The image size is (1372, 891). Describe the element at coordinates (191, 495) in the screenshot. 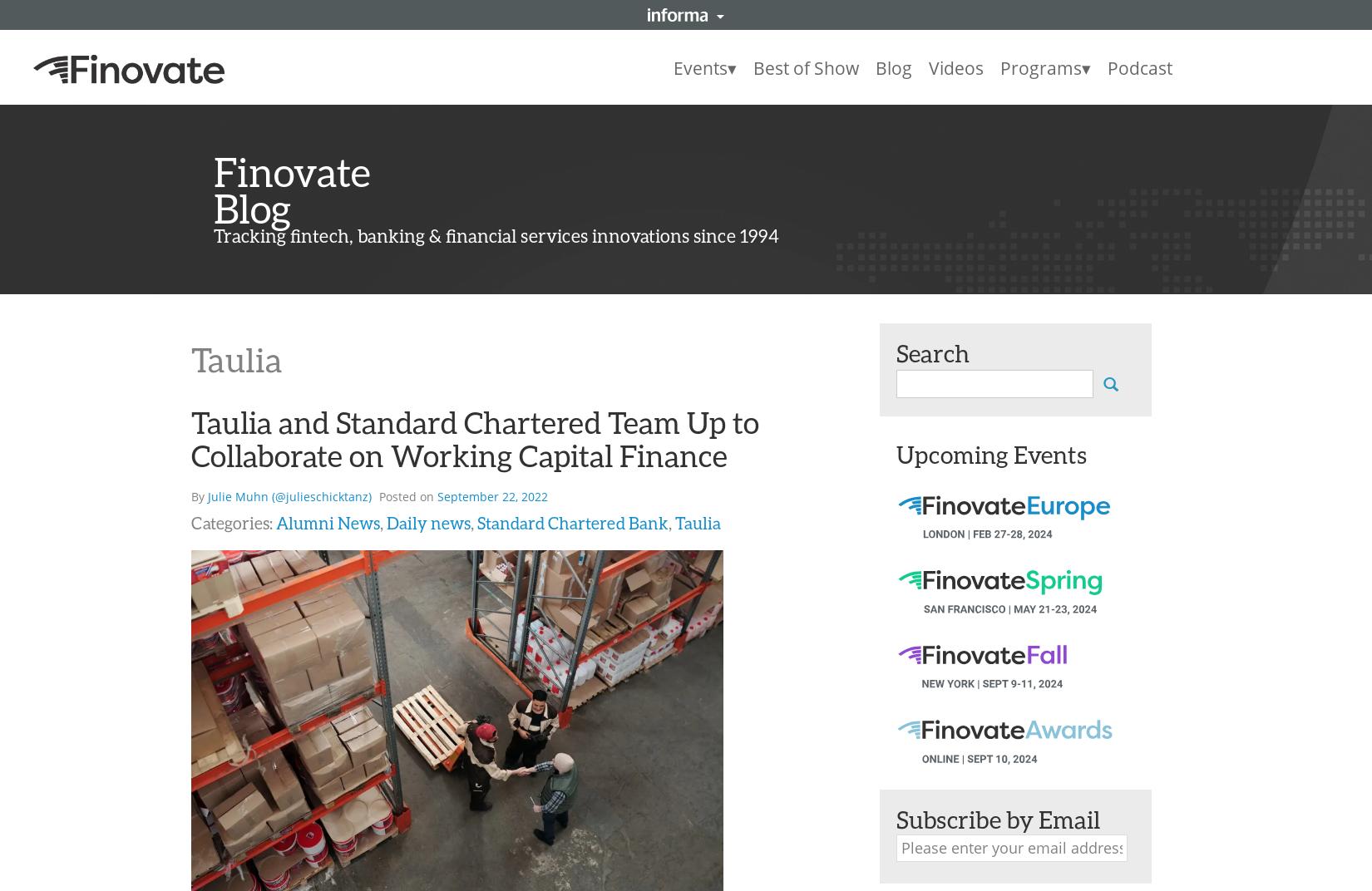

I see `'By'` at that location.